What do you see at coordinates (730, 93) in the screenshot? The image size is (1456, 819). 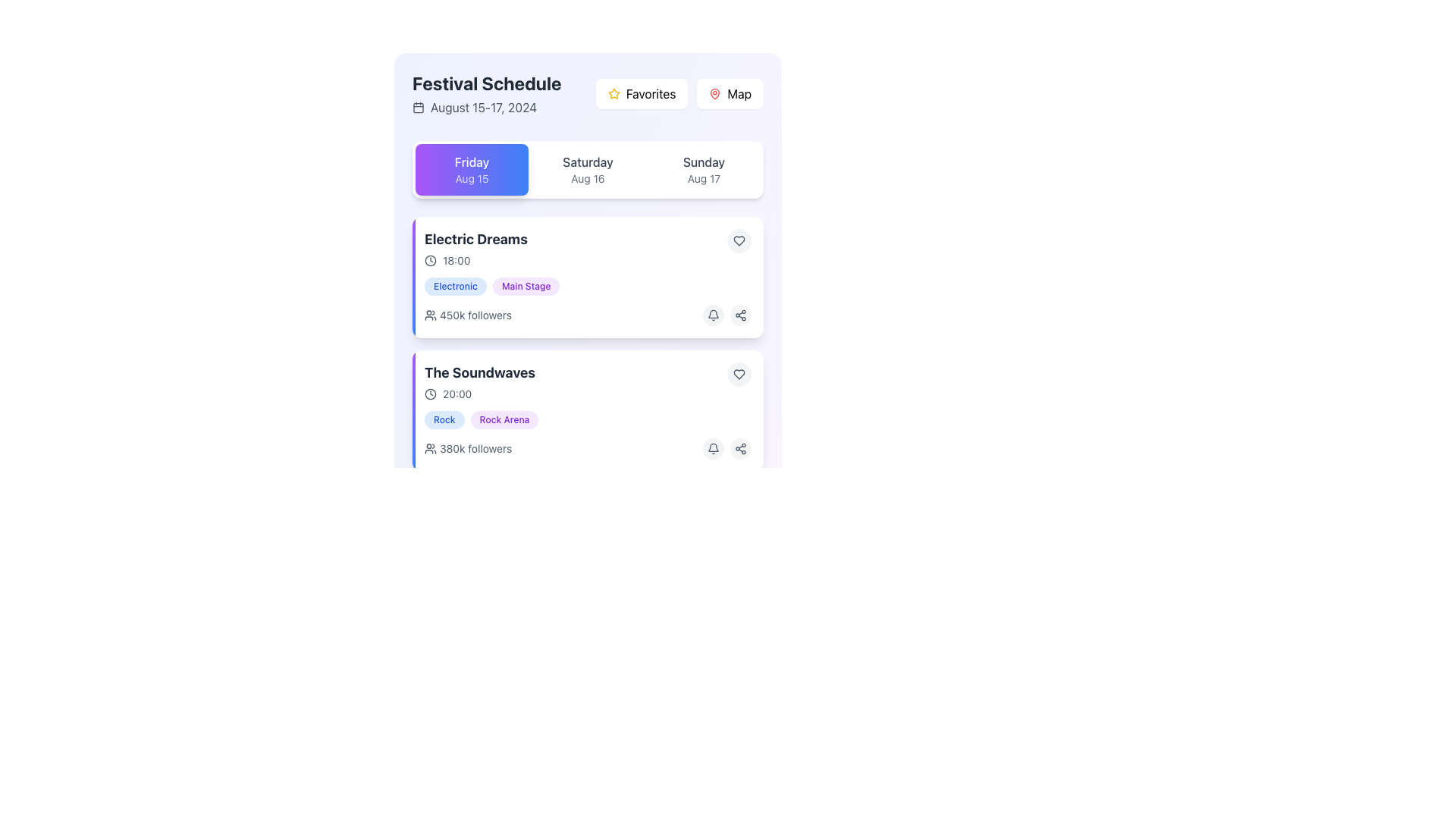 I see `the 'Map' button located at the top-right of the main interface` at bounding box center [730, 93].